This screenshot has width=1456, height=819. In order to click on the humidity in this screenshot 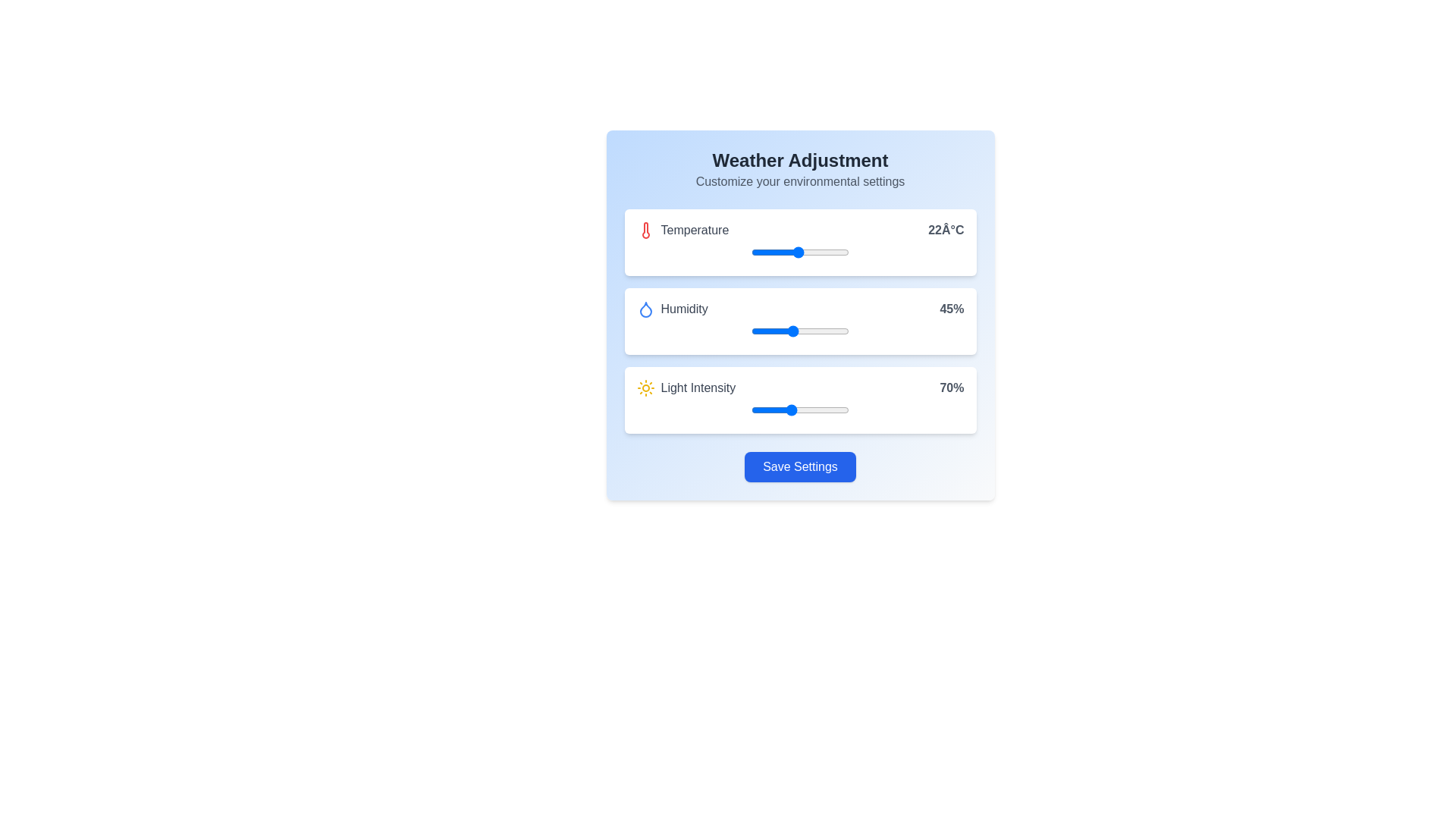, I will do `click(795, 330)`.